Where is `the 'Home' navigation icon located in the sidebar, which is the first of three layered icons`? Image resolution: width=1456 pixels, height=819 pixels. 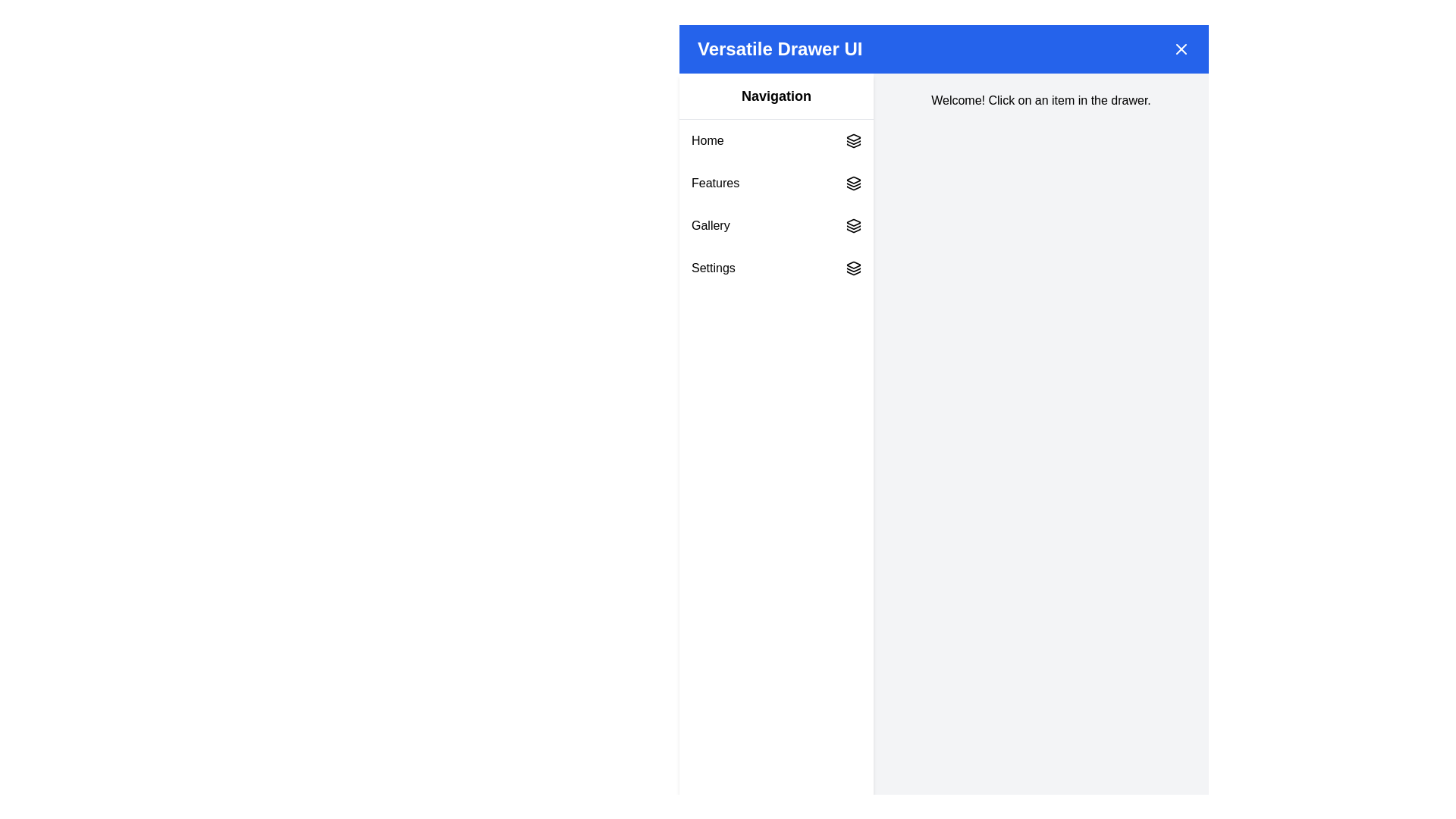 the 'Home' navigation icon located in the sidebar, which is the first of three layered icons is located at coordinates (854, 137).